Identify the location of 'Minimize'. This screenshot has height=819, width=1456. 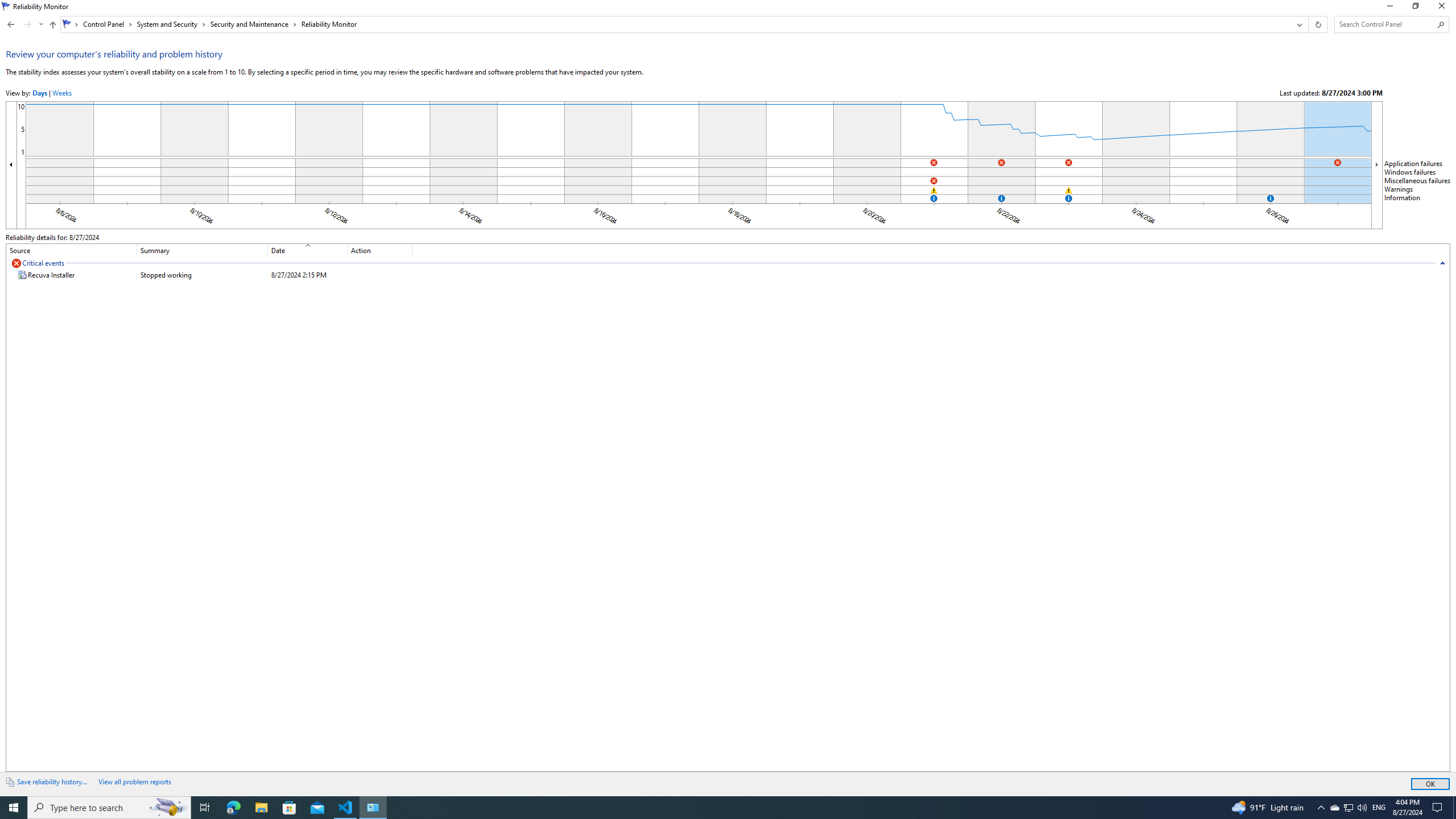
(1388, 9).